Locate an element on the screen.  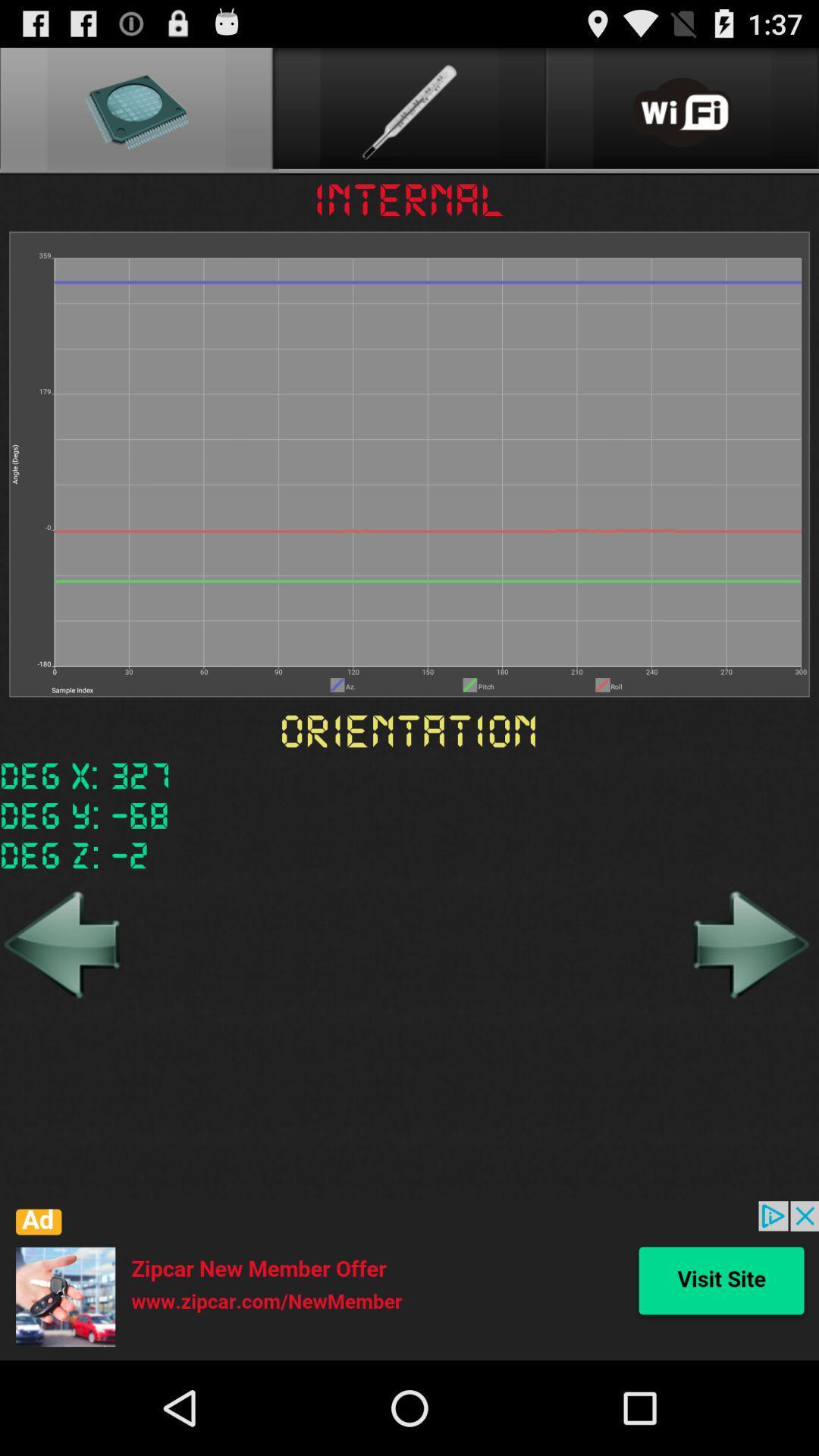
forward arrow is located at coordinates (748, 943).